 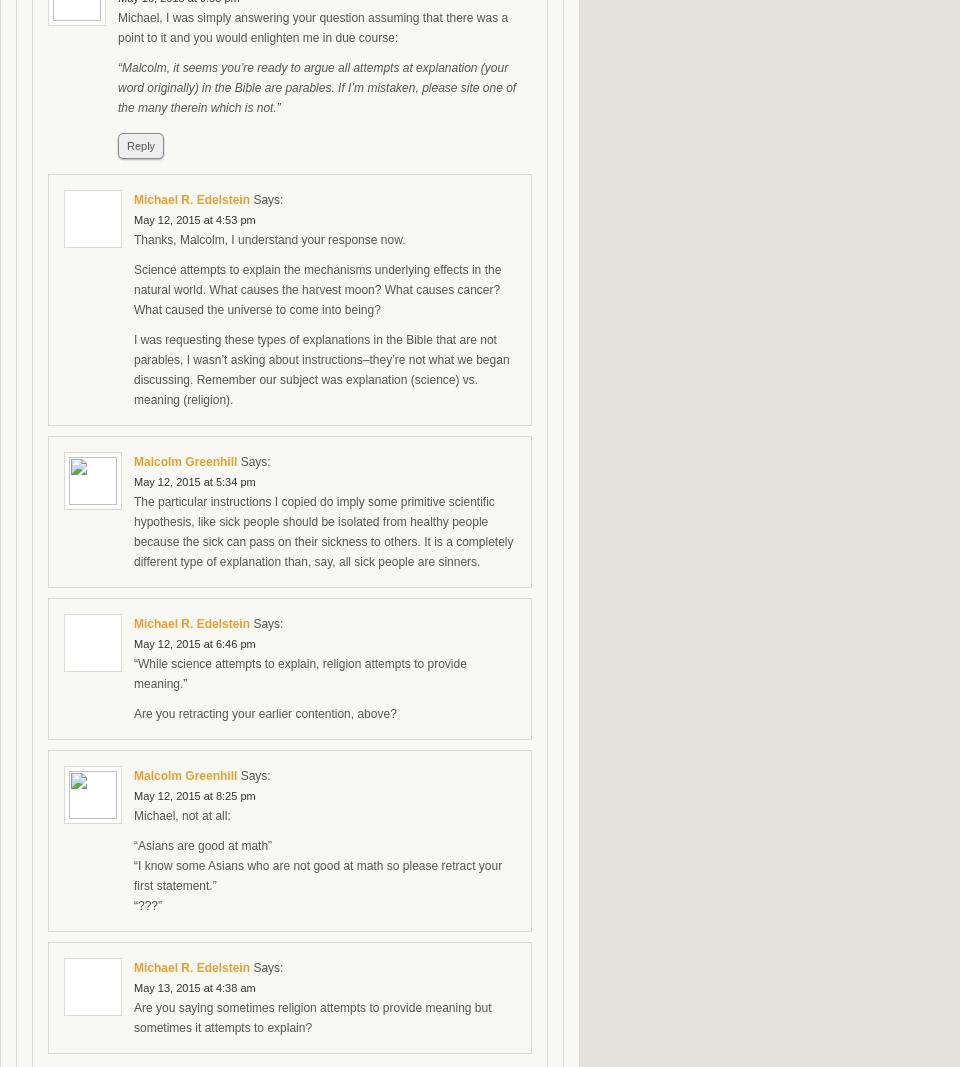 I want to click on 'May 12, 2015 at 4:53 pm', so click(x=194, y=220).